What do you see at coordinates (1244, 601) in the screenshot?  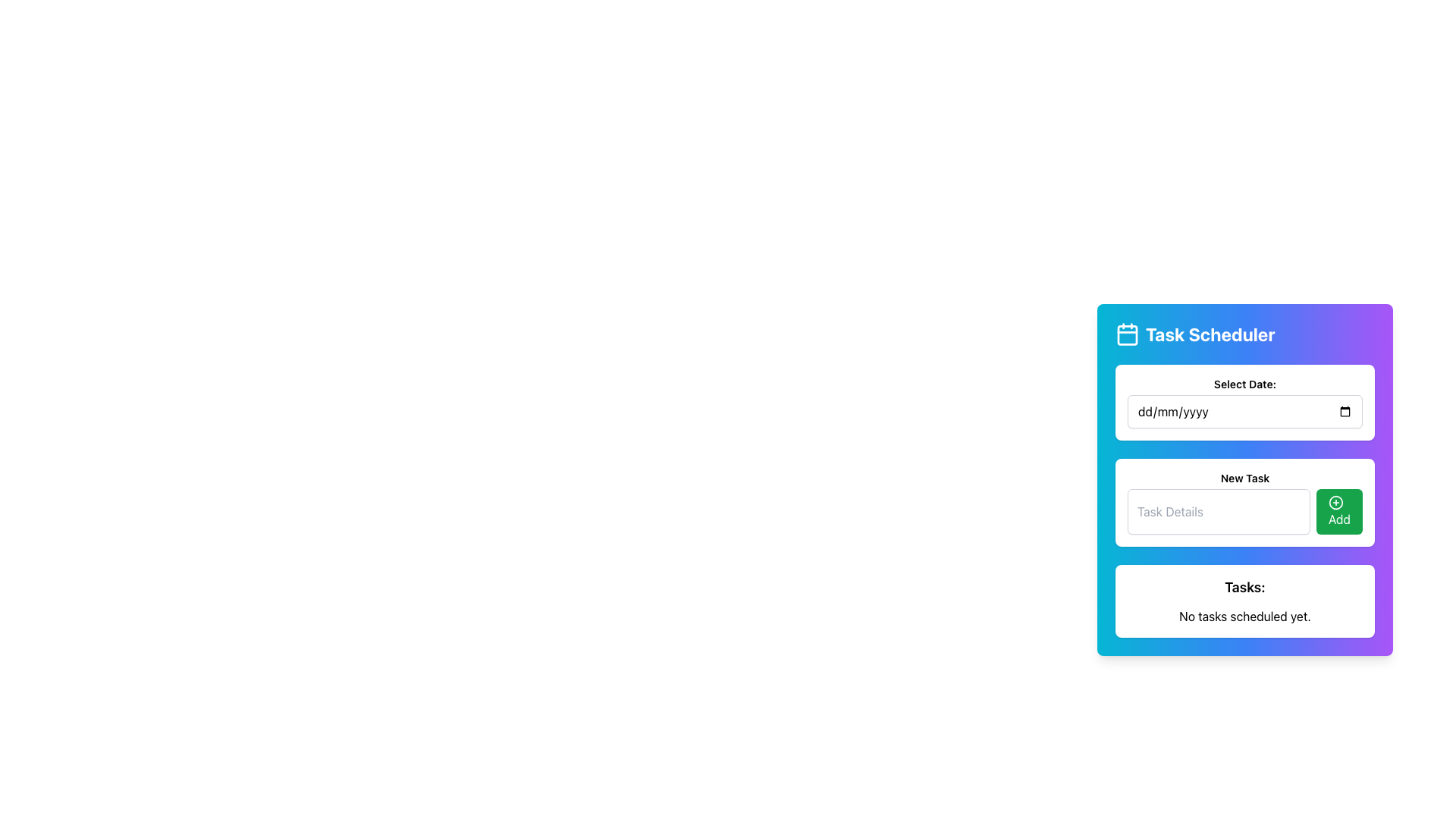 I see `the informational panel that displays the current status of tasks, indicating there are no tasks scheduled, located at the bottom of the task scheduler interface` at bounding box center [1244, 601].